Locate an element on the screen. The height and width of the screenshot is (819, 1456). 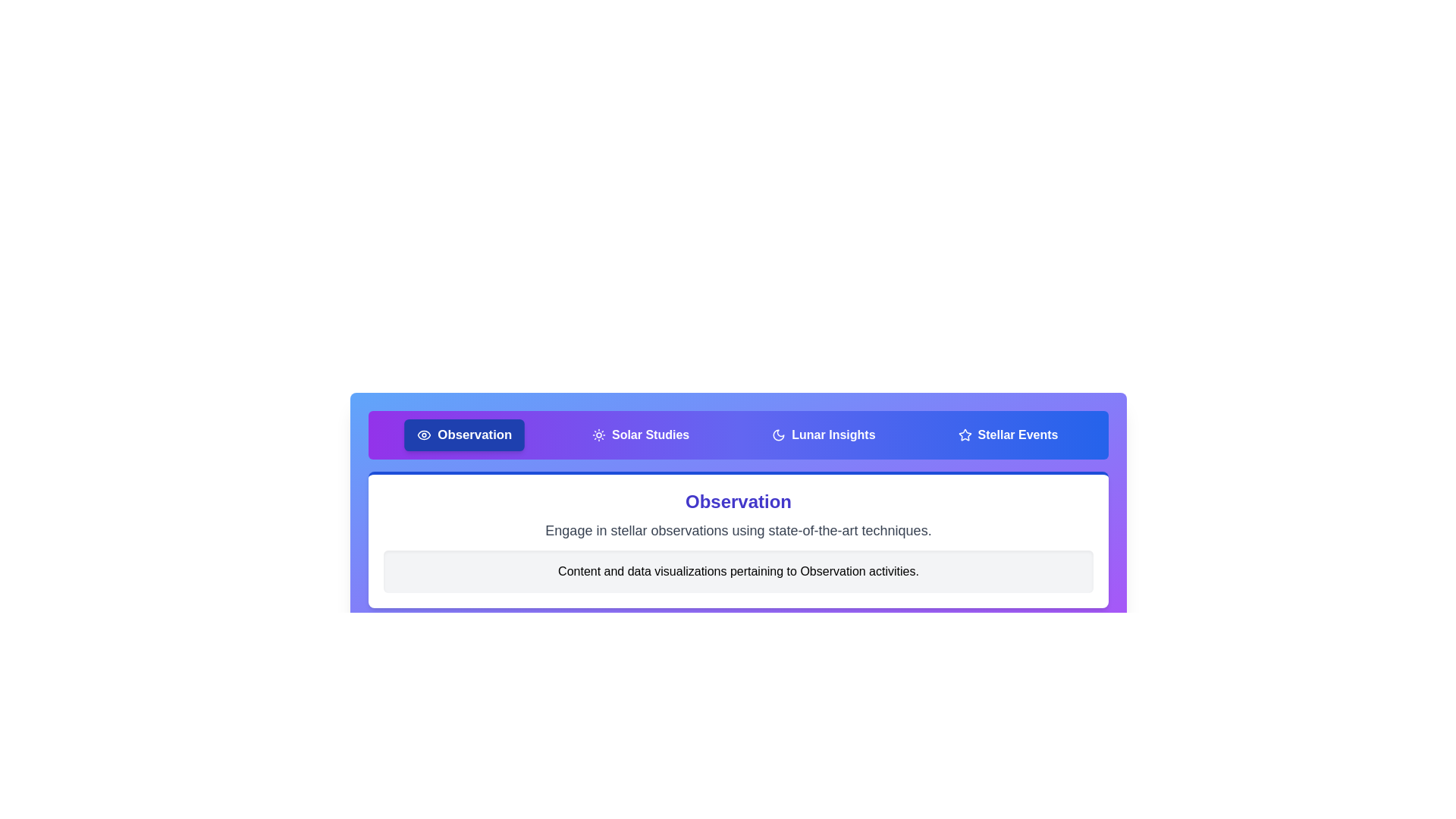
the tab corresponding to Lunar Insights to view its content is located at coordinates (822, 435).